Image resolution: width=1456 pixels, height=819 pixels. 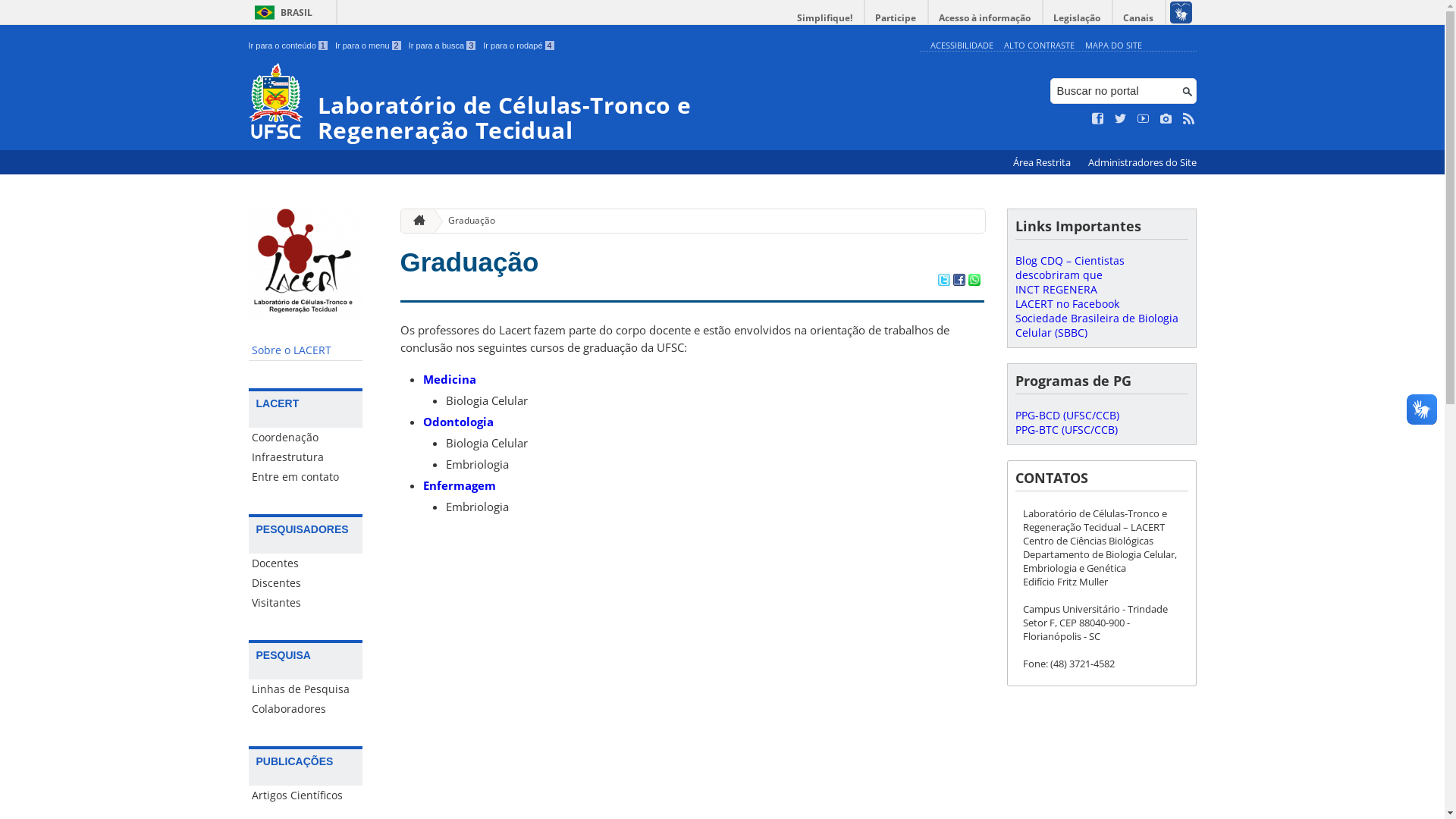 I want to click on 'Participe', so click(x=895, y=17).